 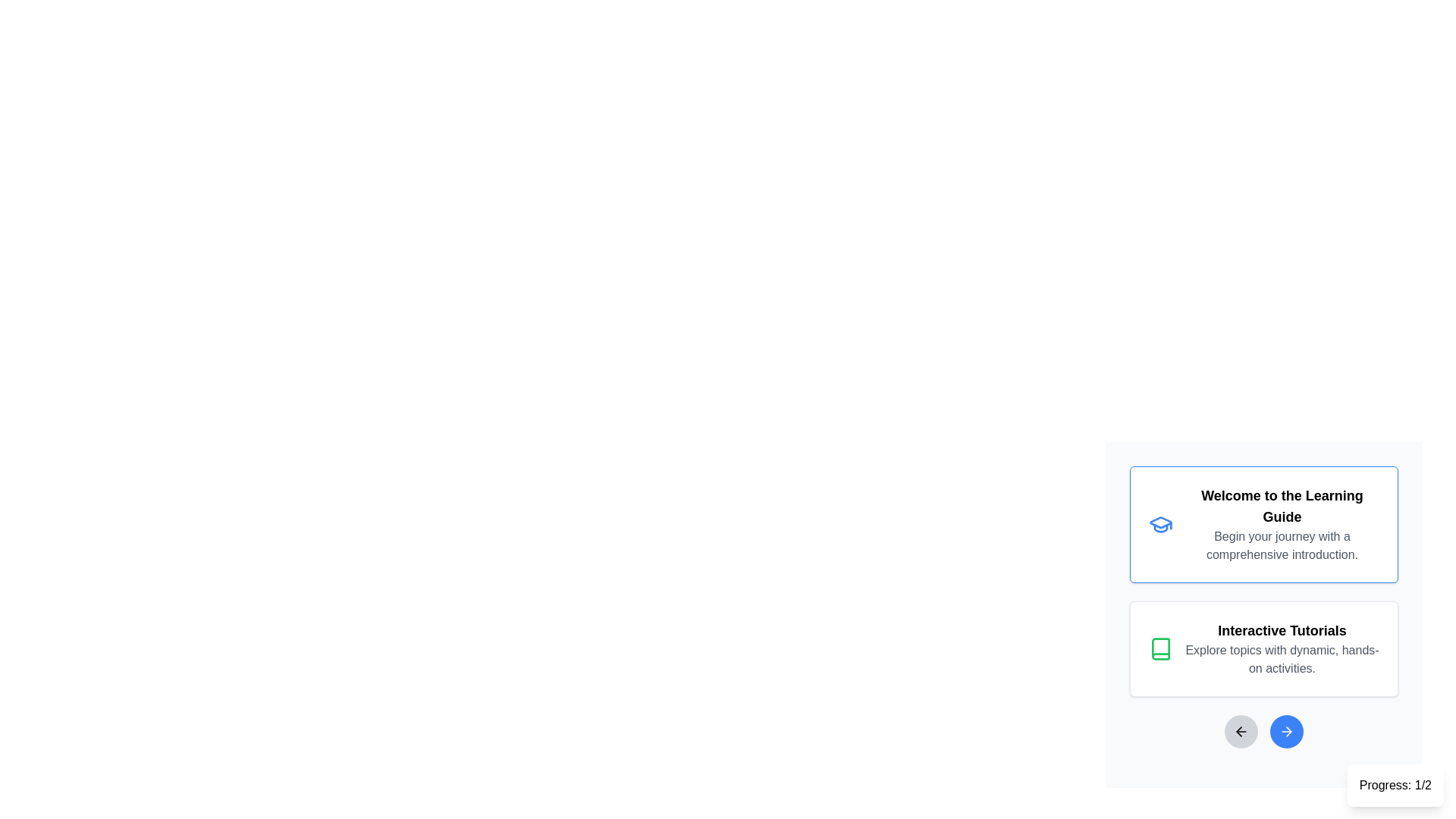 What do you see at coordinates (1241, 730) in the screenshot?
I see `the leftward pointing arrow icon button with a gray circular background` at bounding box center [1241, 730].